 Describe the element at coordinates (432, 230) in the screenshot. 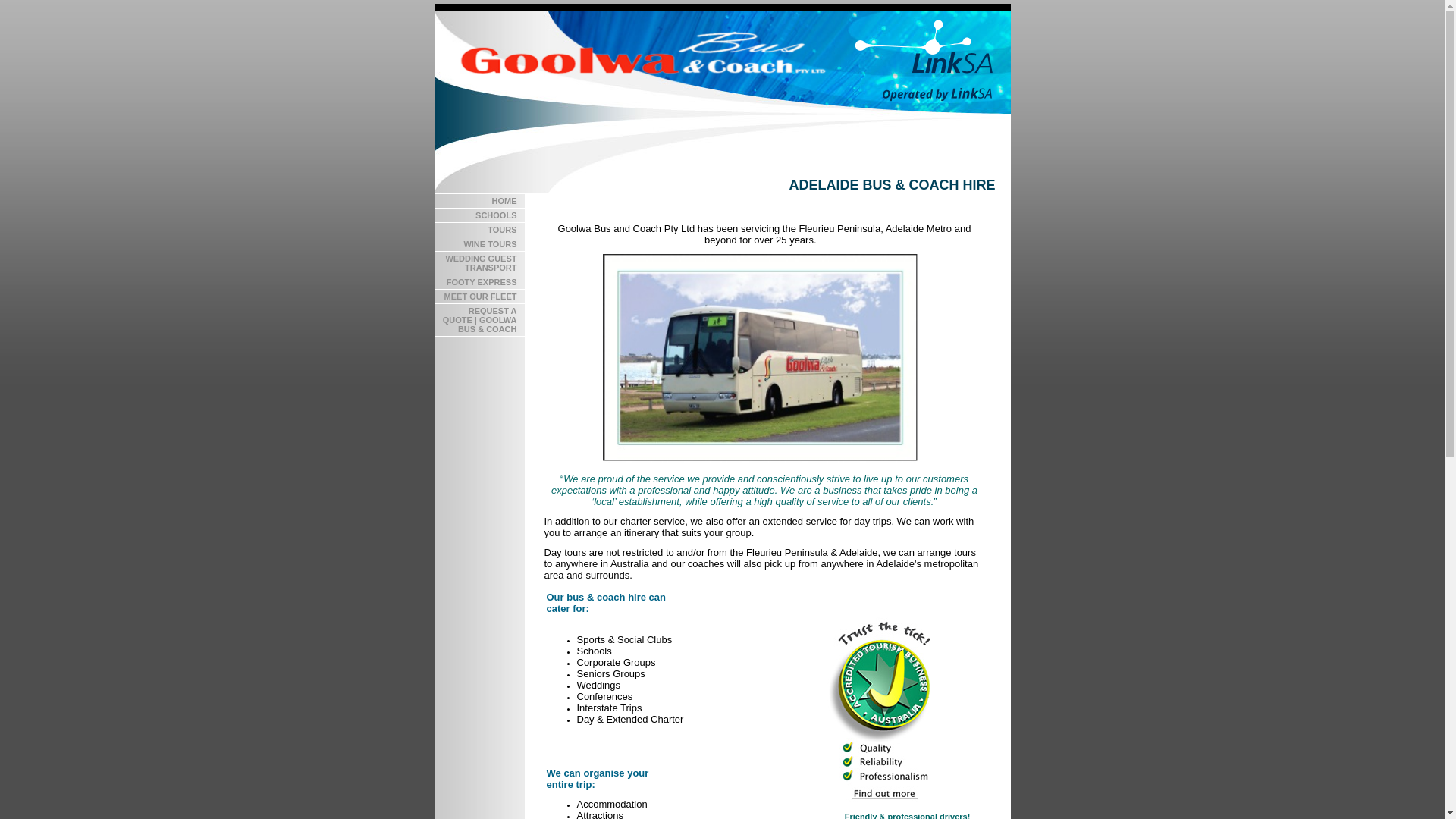

I see `'TOURS'` at that location.